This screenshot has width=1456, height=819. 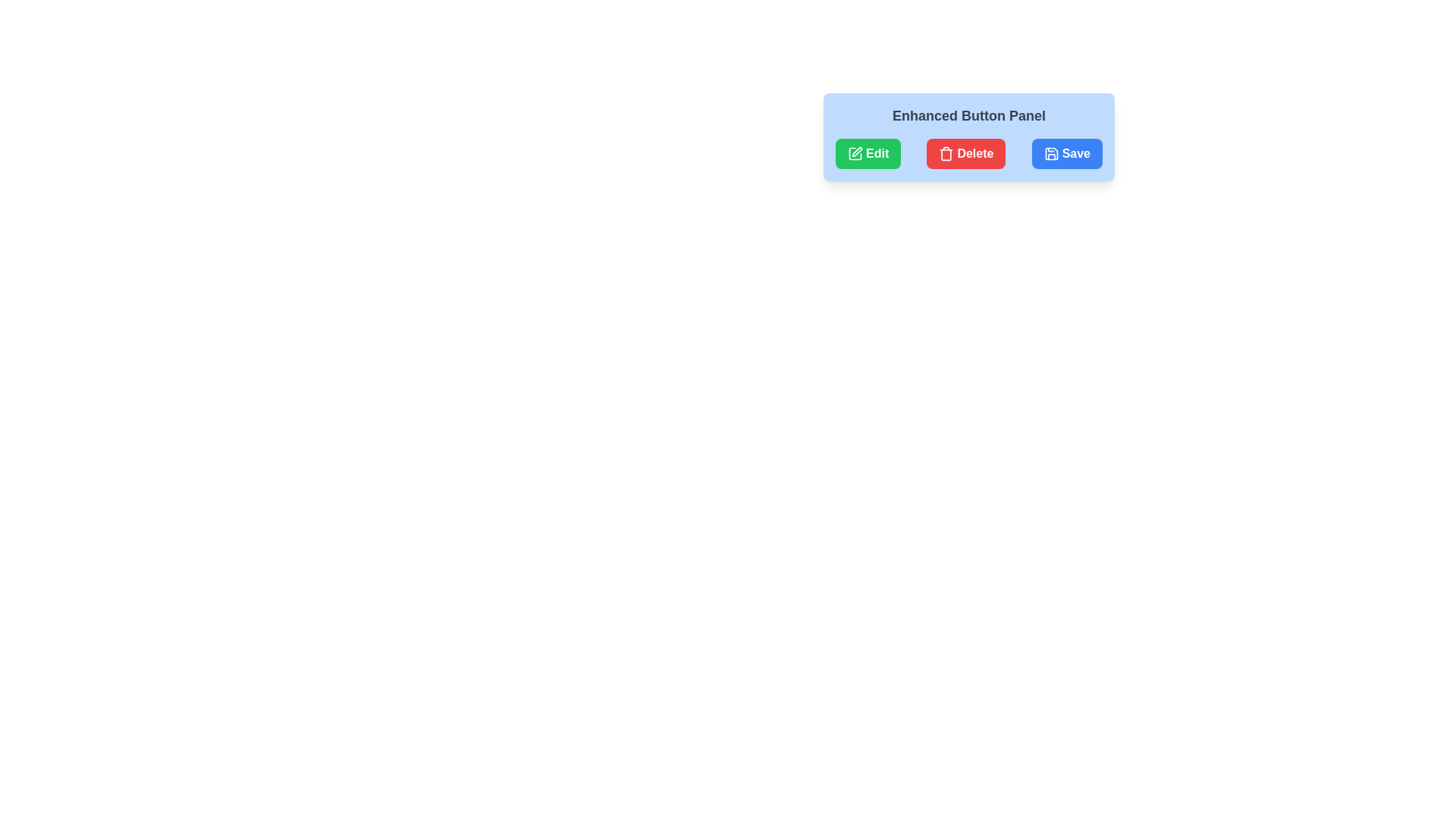 I want to click on the trash can icon located within the 'Delete' button, which has a black outline and is styled with white text on a rounded rectangle shape, so click(x=946, y=154).